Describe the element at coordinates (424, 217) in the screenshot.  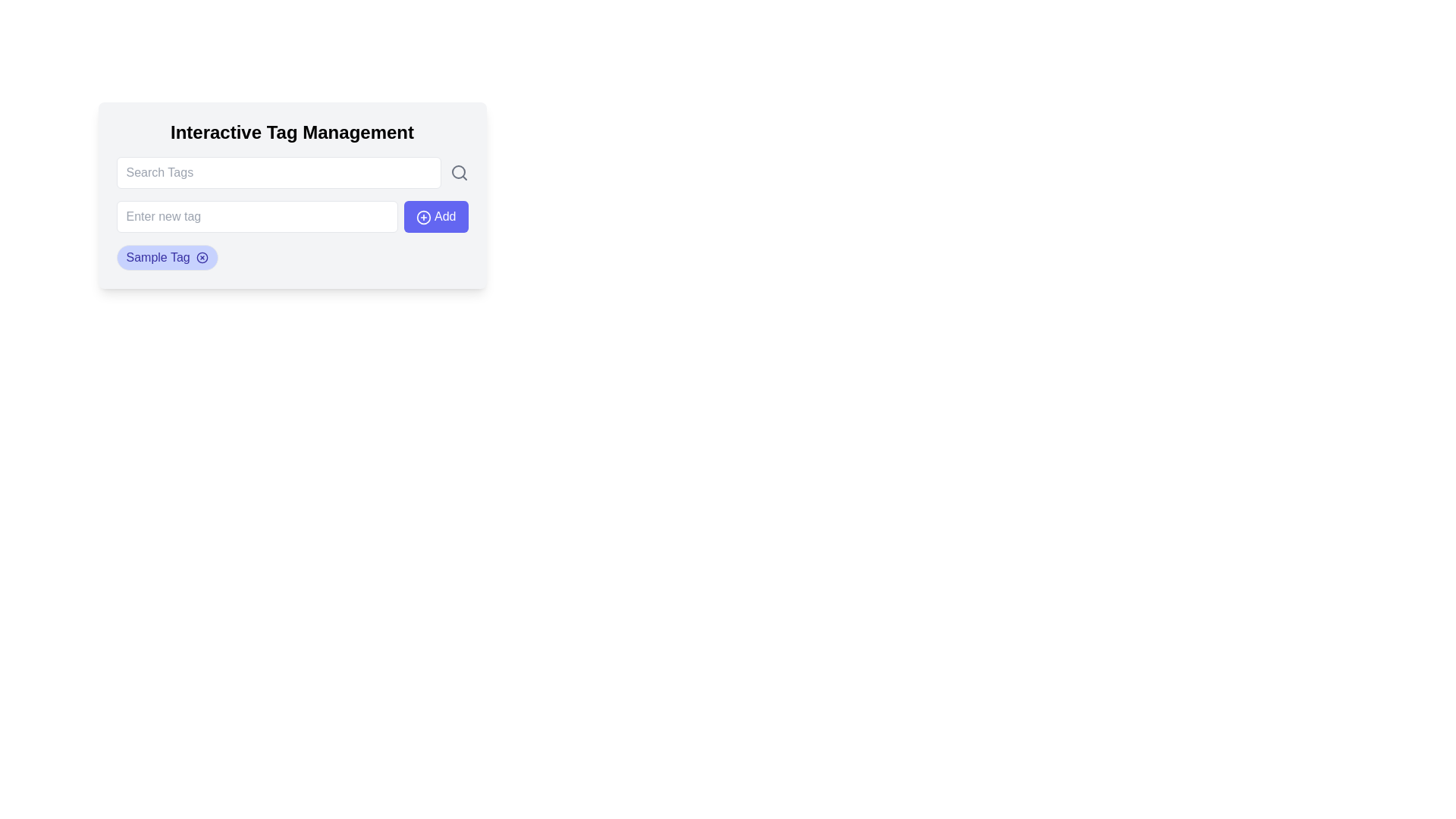
I see `the decorative icon within the 'Add' button` at that location.